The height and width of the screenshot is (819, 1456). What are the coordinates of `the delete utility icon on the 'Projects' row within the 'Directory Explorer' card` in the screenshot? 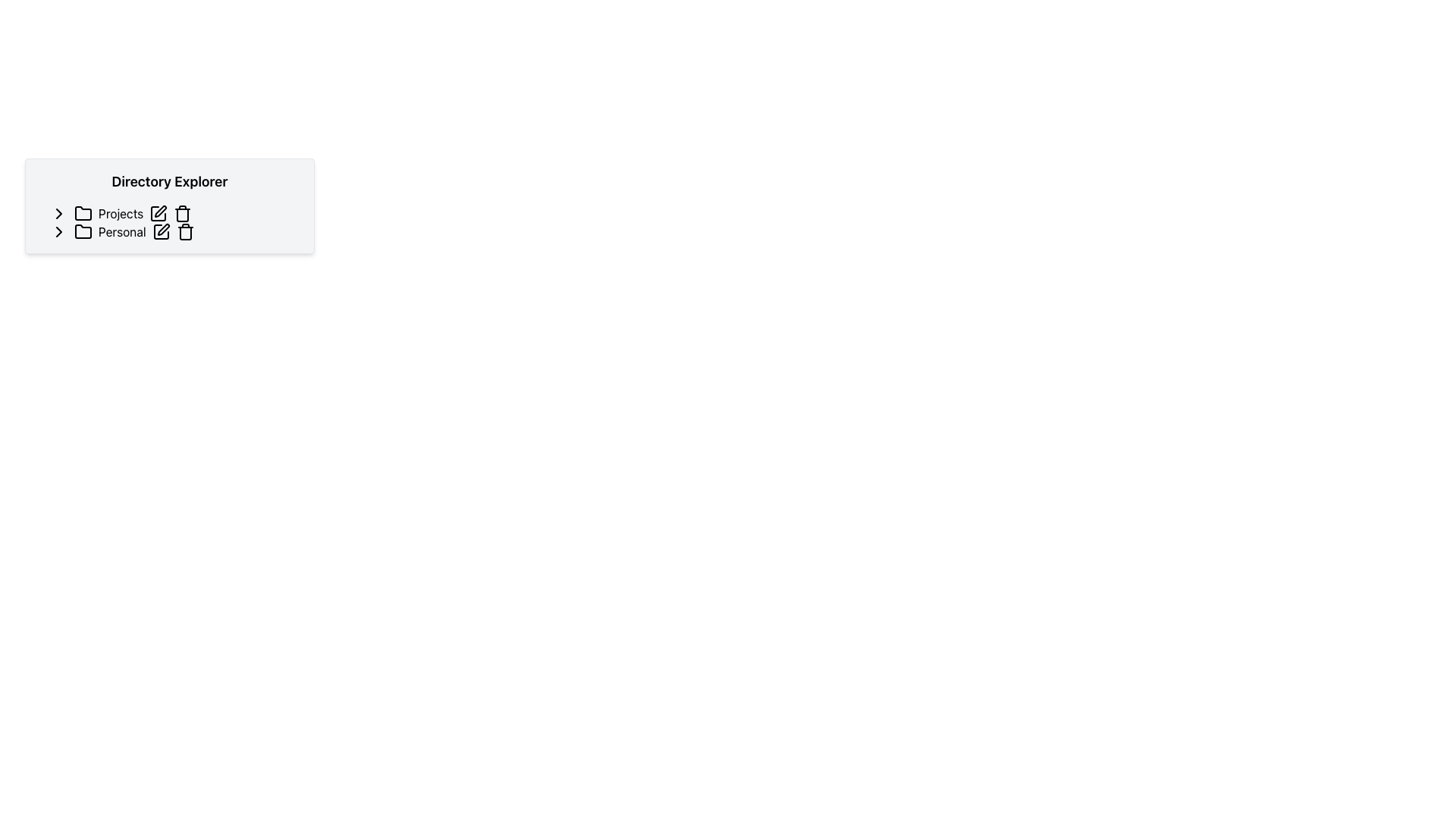 It's located at (175, 213).